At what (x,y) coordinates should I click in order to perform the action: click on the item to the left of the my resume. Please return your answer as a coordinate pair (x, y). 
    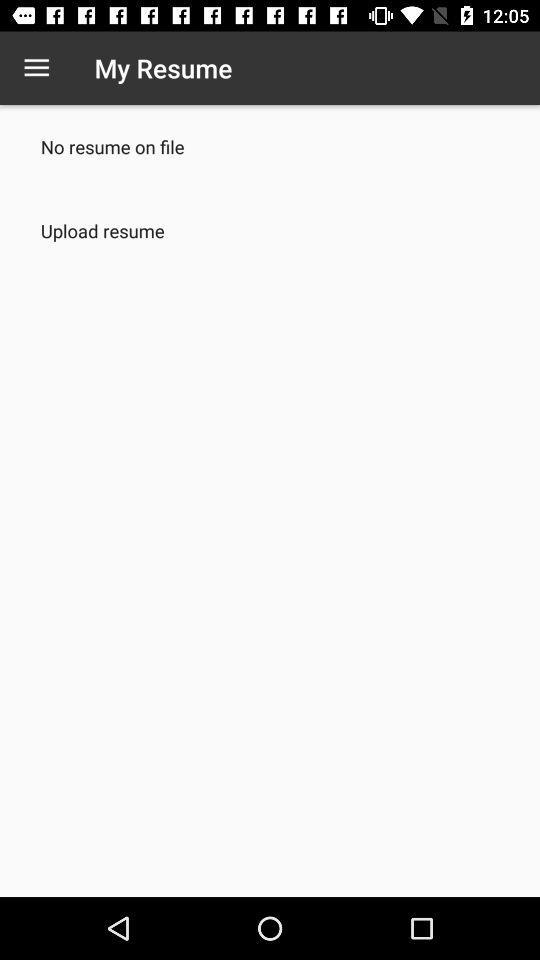
    Looking at the image, I should click on (36, 68).